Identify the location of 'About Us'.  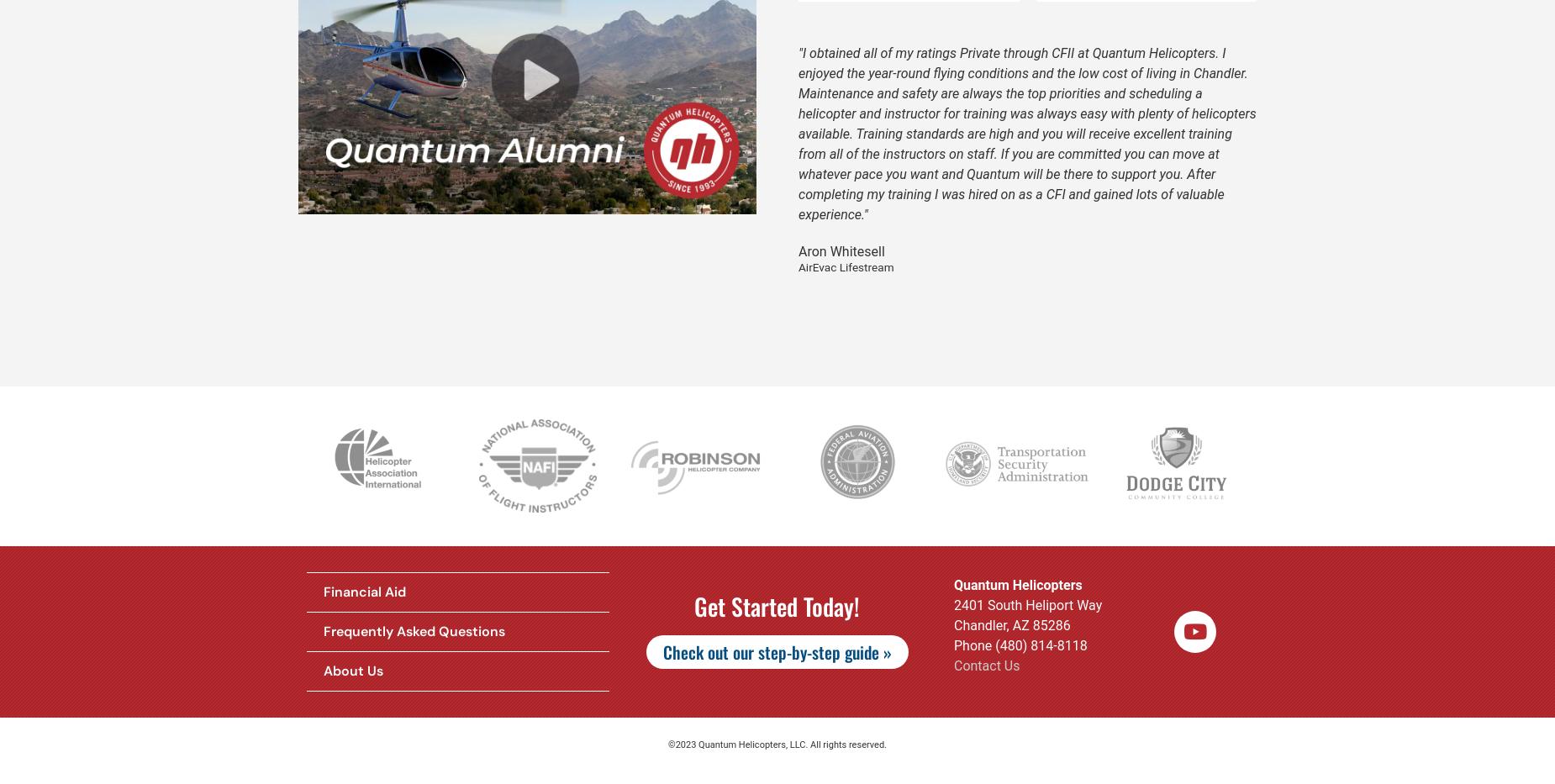
(352, 670).